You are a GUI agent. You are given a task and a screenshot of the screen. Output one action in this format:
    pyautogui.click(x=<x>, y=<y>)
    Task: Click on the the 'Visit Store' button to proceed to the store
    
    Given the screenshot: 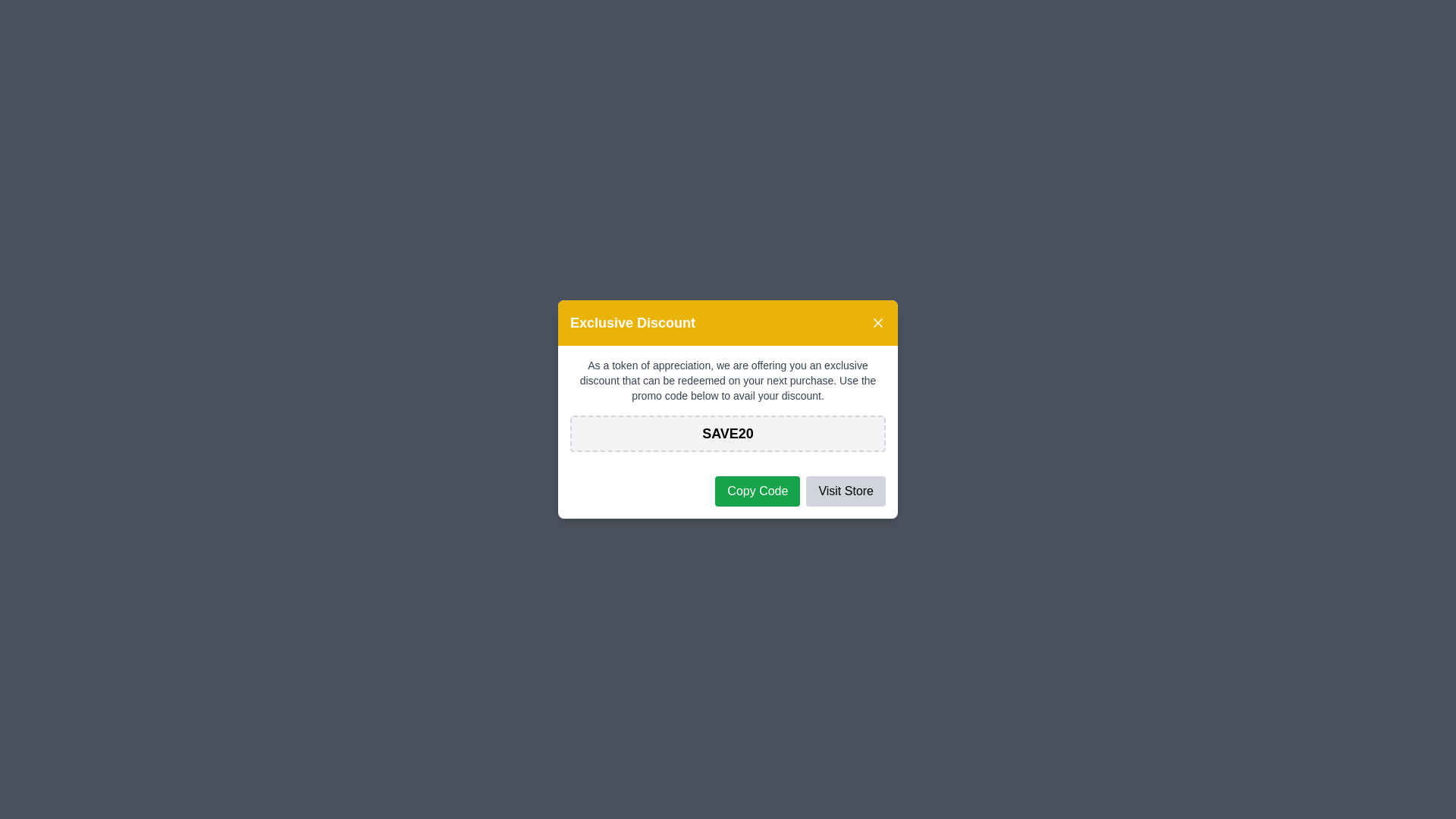 What is the action you would take?
    pyautogui.click(x=845, y=491)
    